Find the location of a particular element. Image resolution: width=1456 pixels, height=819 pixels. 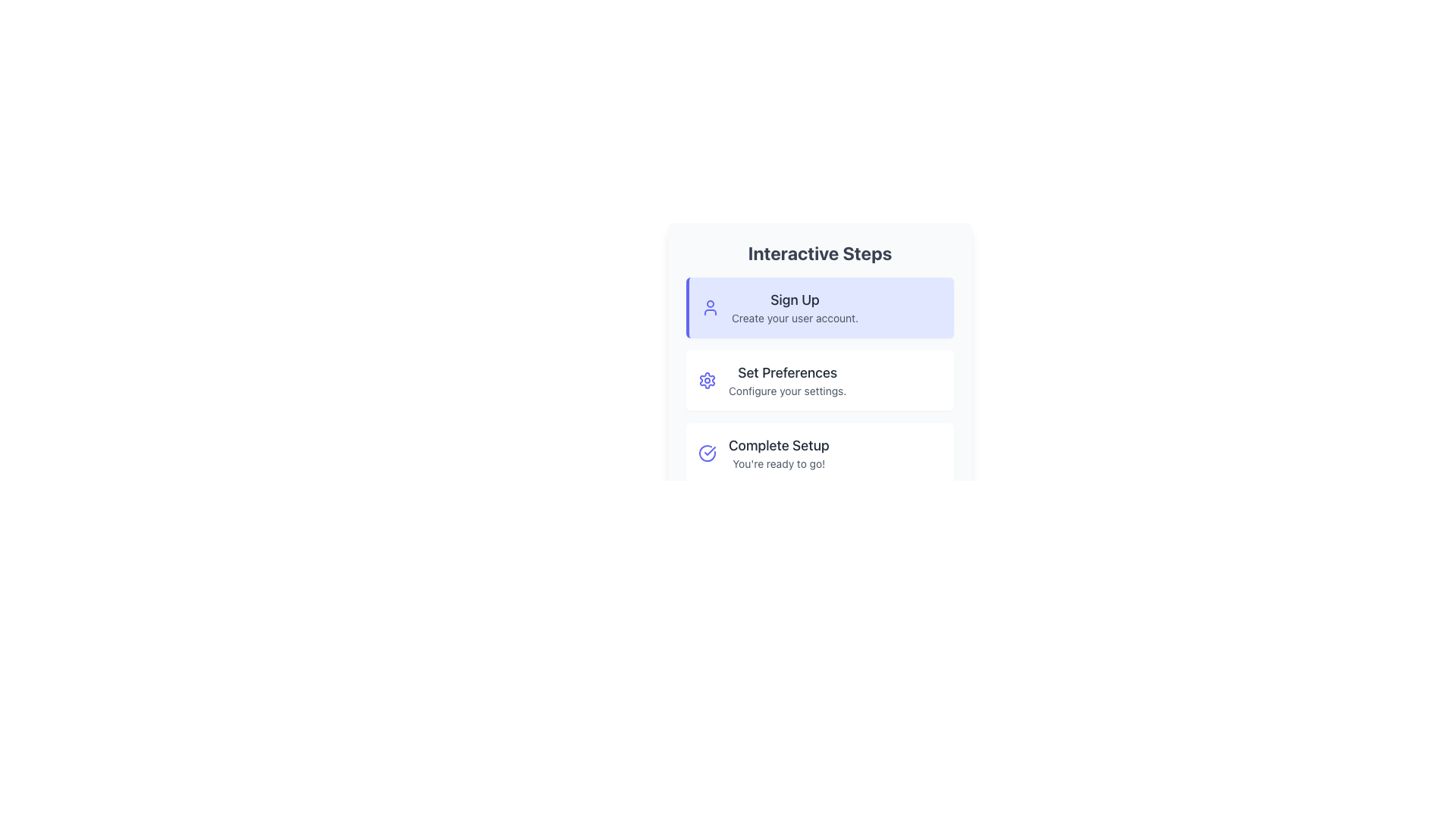

the prominent title text label that introduces the configuration options for user preferences, located centrally in the panel under 'Interactive Steps' is located at coordinates (787, 373).